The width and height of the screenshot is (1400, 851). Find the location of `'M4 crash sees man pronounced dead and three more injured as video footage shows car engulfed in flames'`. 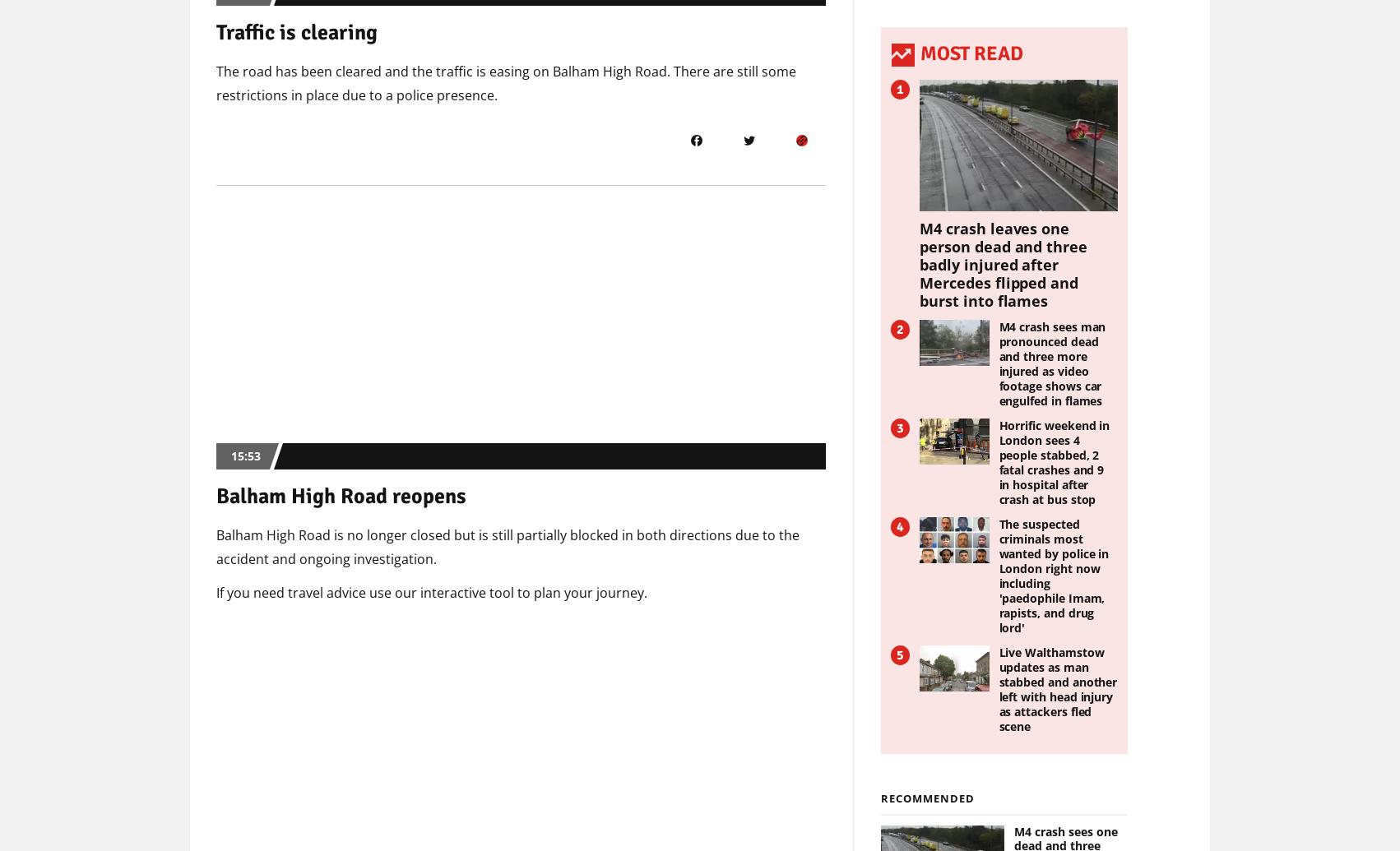

'M4 crash sees man pronounced dead and three more injured as video footage shows car engulfed in flames' is located at coordinates (1051, 363).